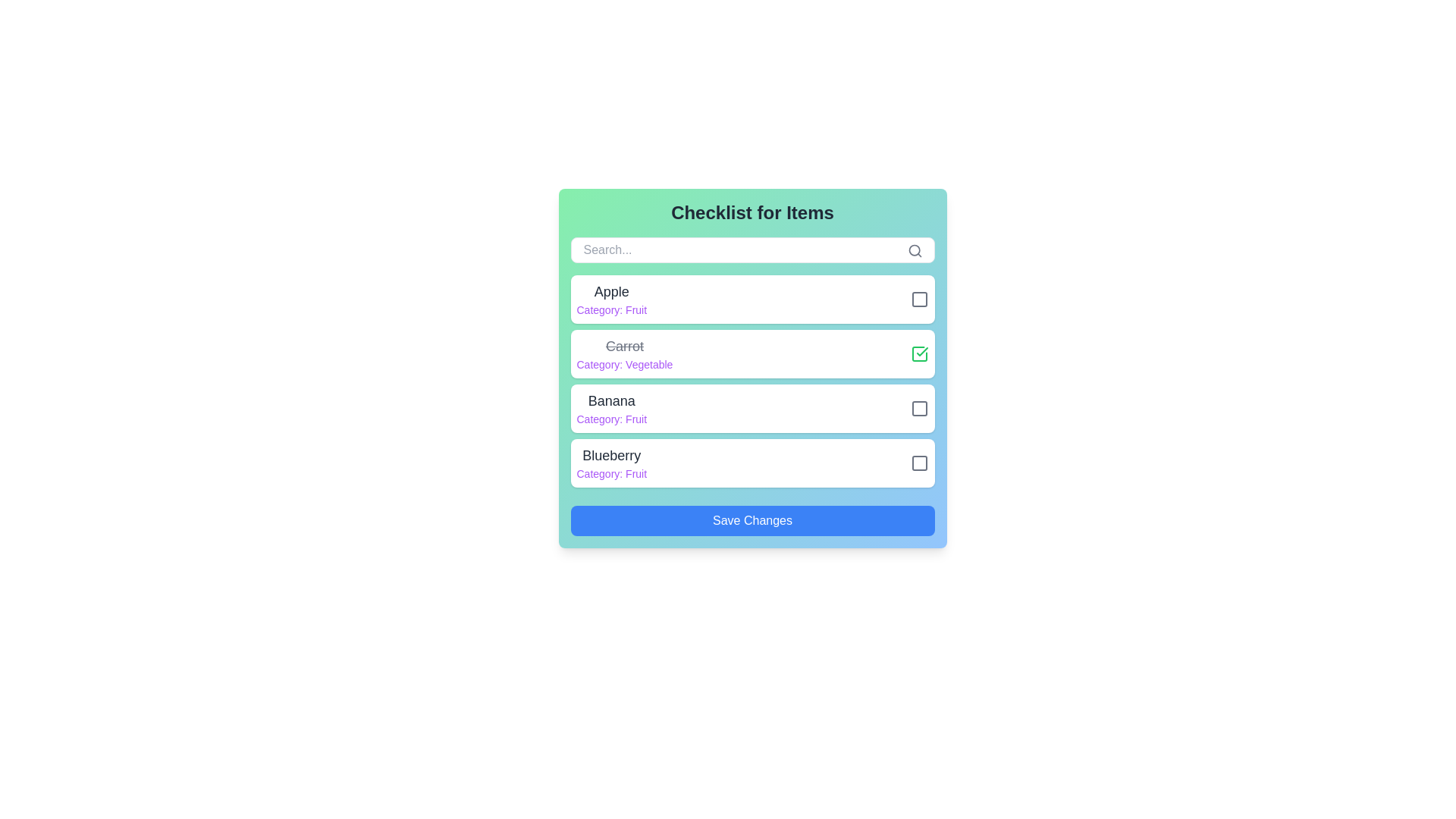 The image size is (1456, 819). I want to click on 'Save Changes' button to save the current state of the checklist, so click(752, 519).